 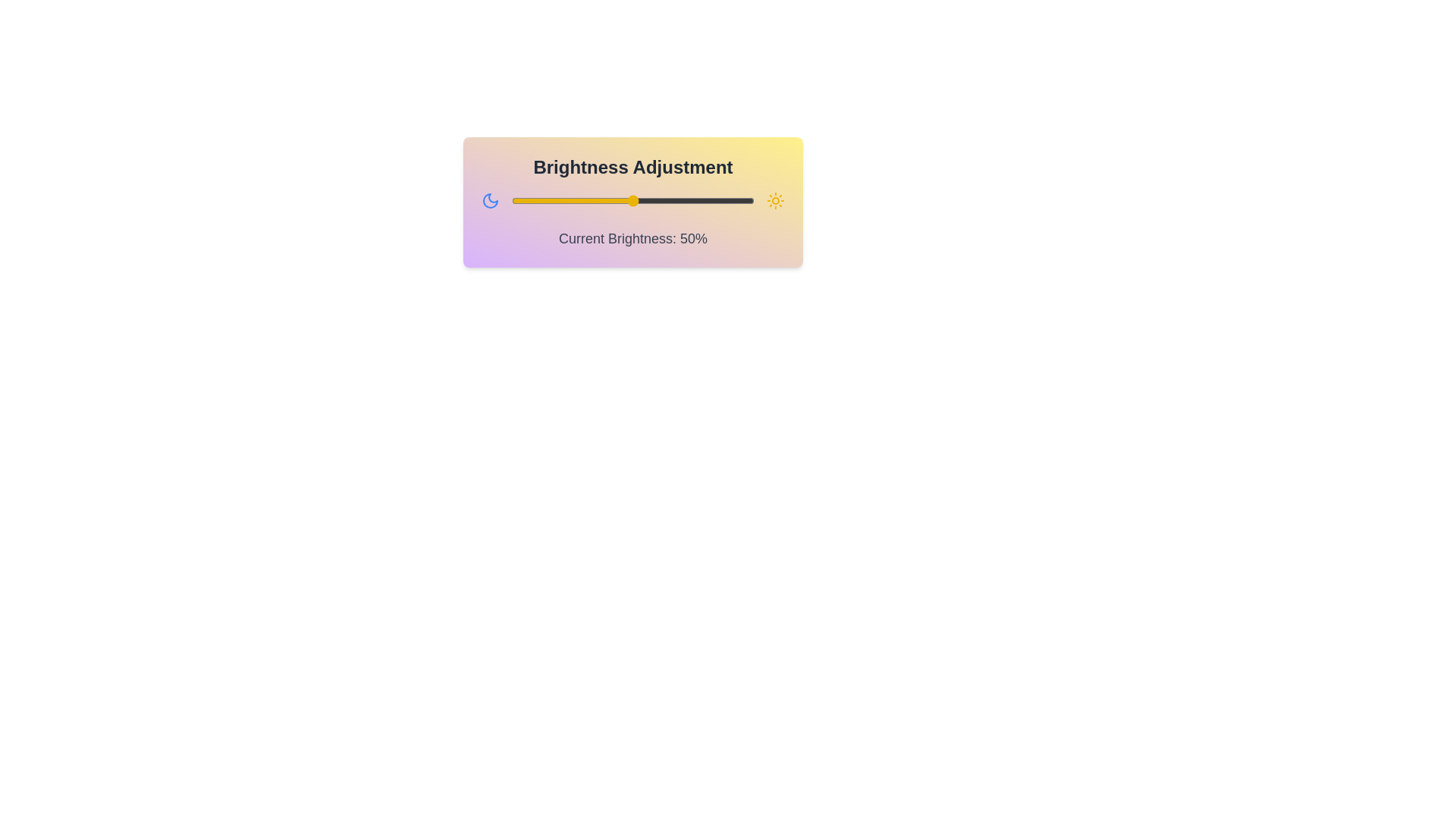 What do you see at coordinates (654, 200) in the screenshot?
I see `the brightness slider to 59%` at bounding box center [654, 200].